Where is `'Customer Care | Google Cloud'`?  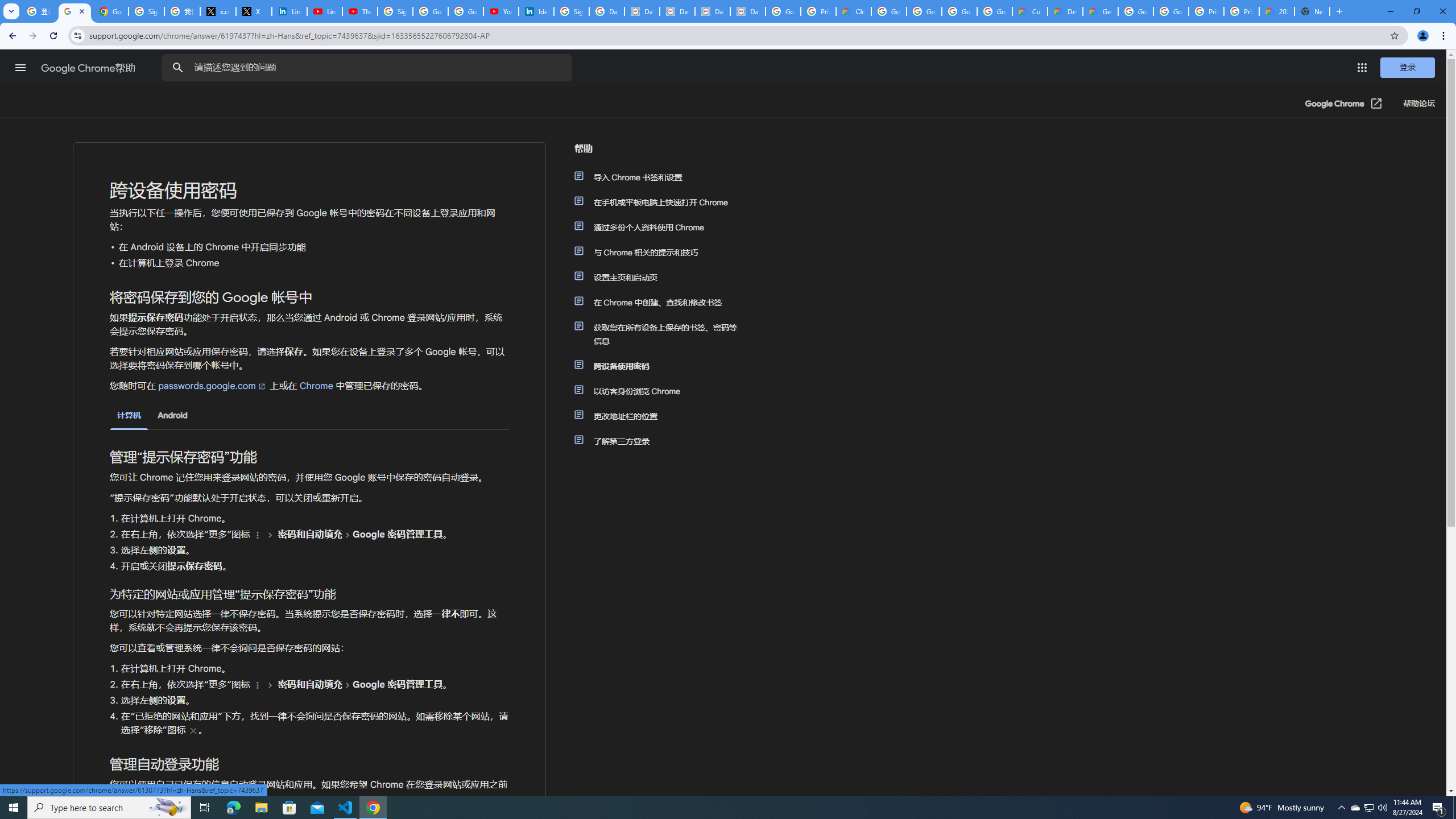 'Customer Care | Google Cloud' is located at coordinates (1029, 11).